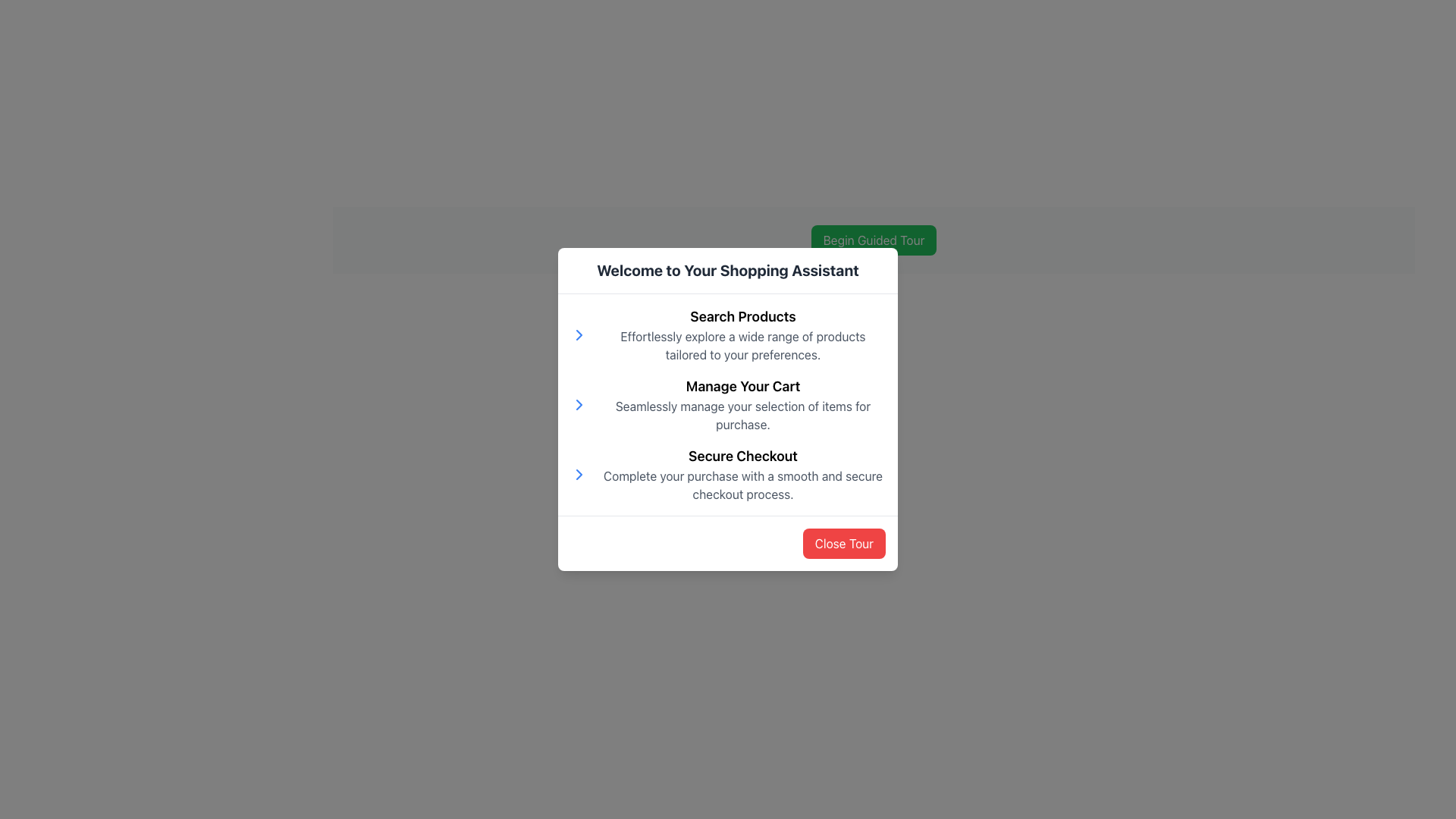  What do you see at coordinates (578, 334) in the screenshot?
I see `the visual cue icon indicating additional details or a link in the 'Manage Your Cart' section, located left of the 'Manage Your Cart' section and between 'Search Products' and 'Secure Checkout'` at bounding box center [578, 334].